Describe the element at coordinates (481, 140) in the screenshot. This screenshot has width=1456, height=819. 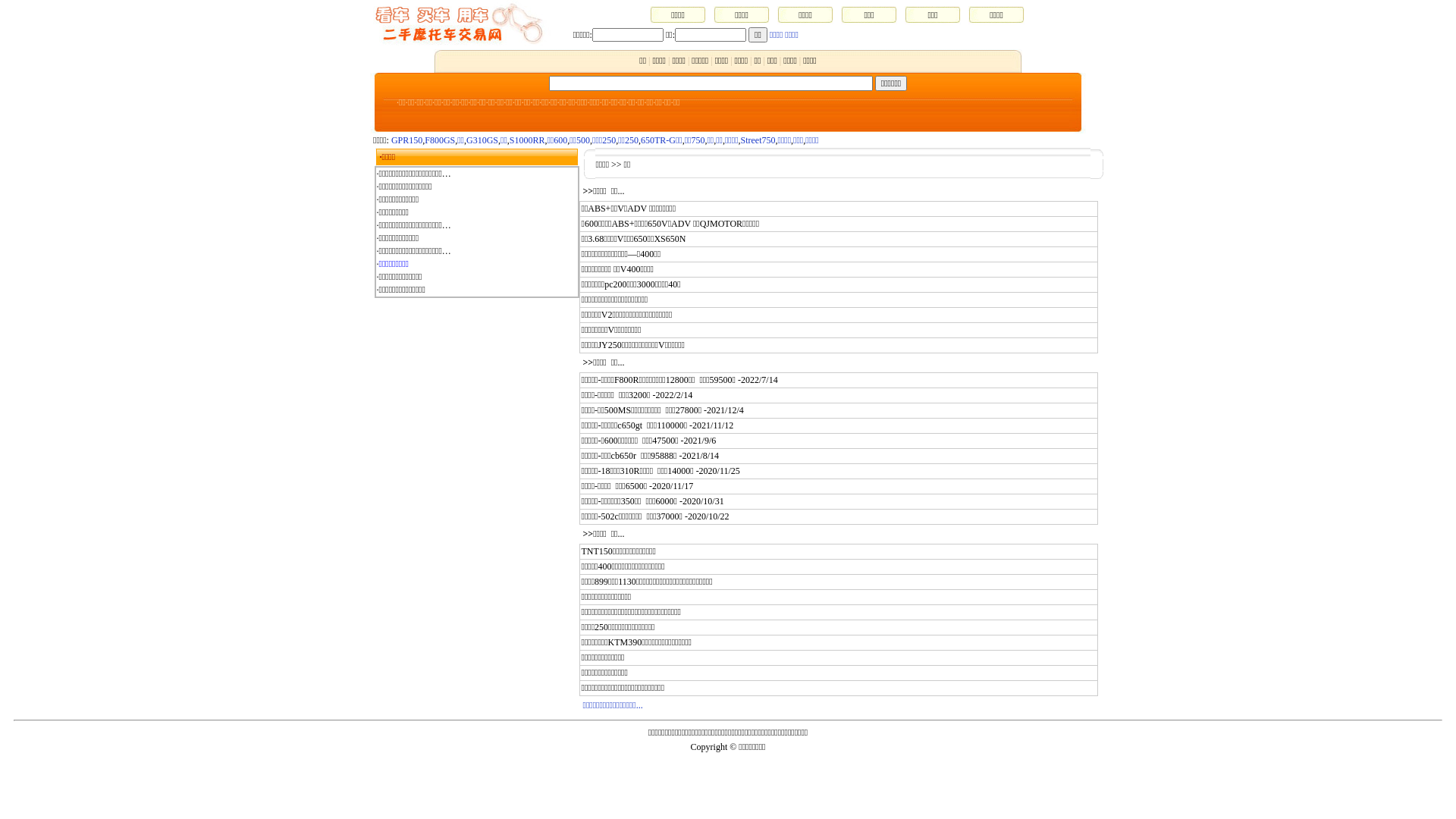
I see `'G310GS'` at that location.